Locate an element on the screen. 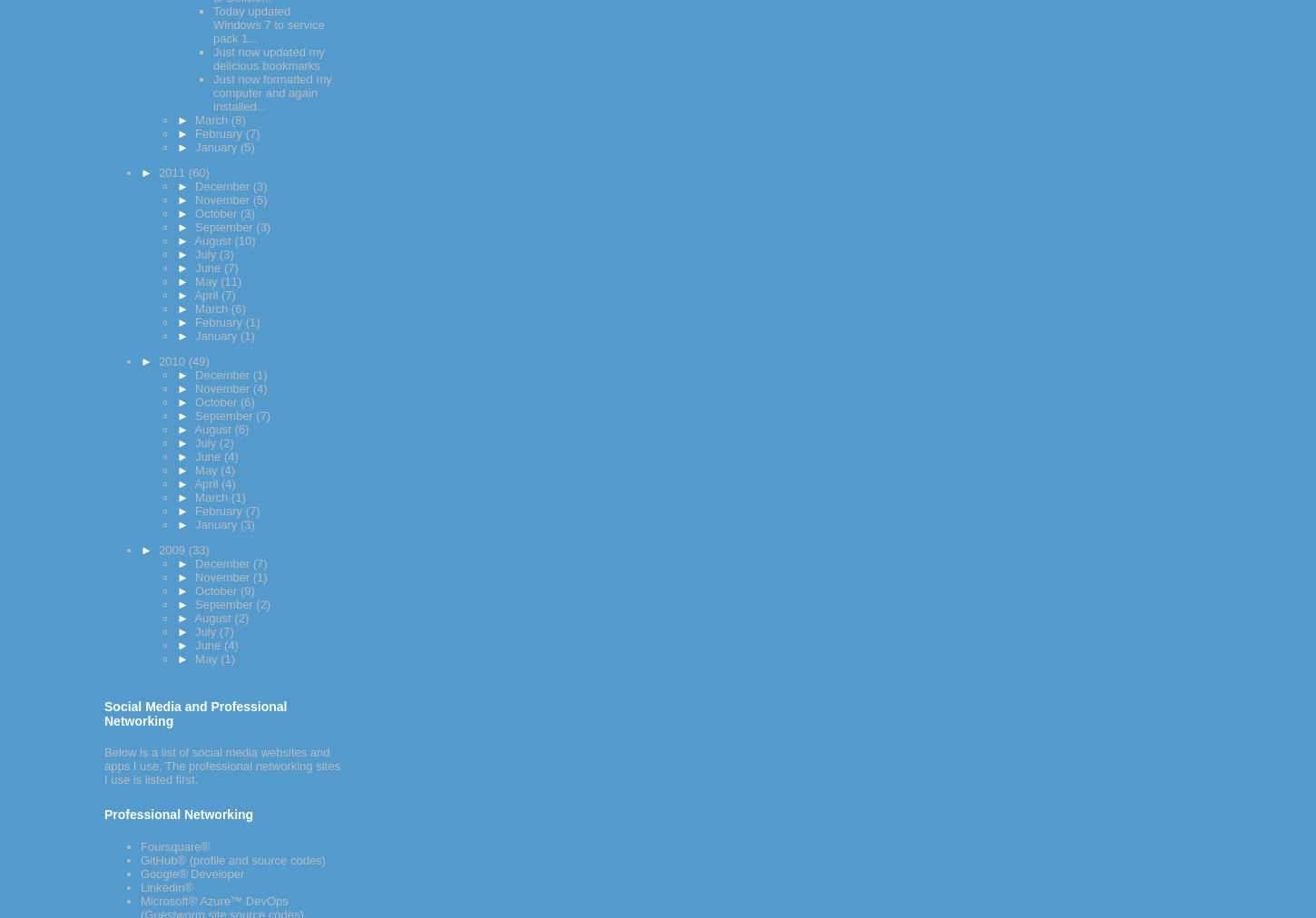 The height and width of the screenshot is (918, 1316). 'Google® Developer' is located at coordinates (191, 874).